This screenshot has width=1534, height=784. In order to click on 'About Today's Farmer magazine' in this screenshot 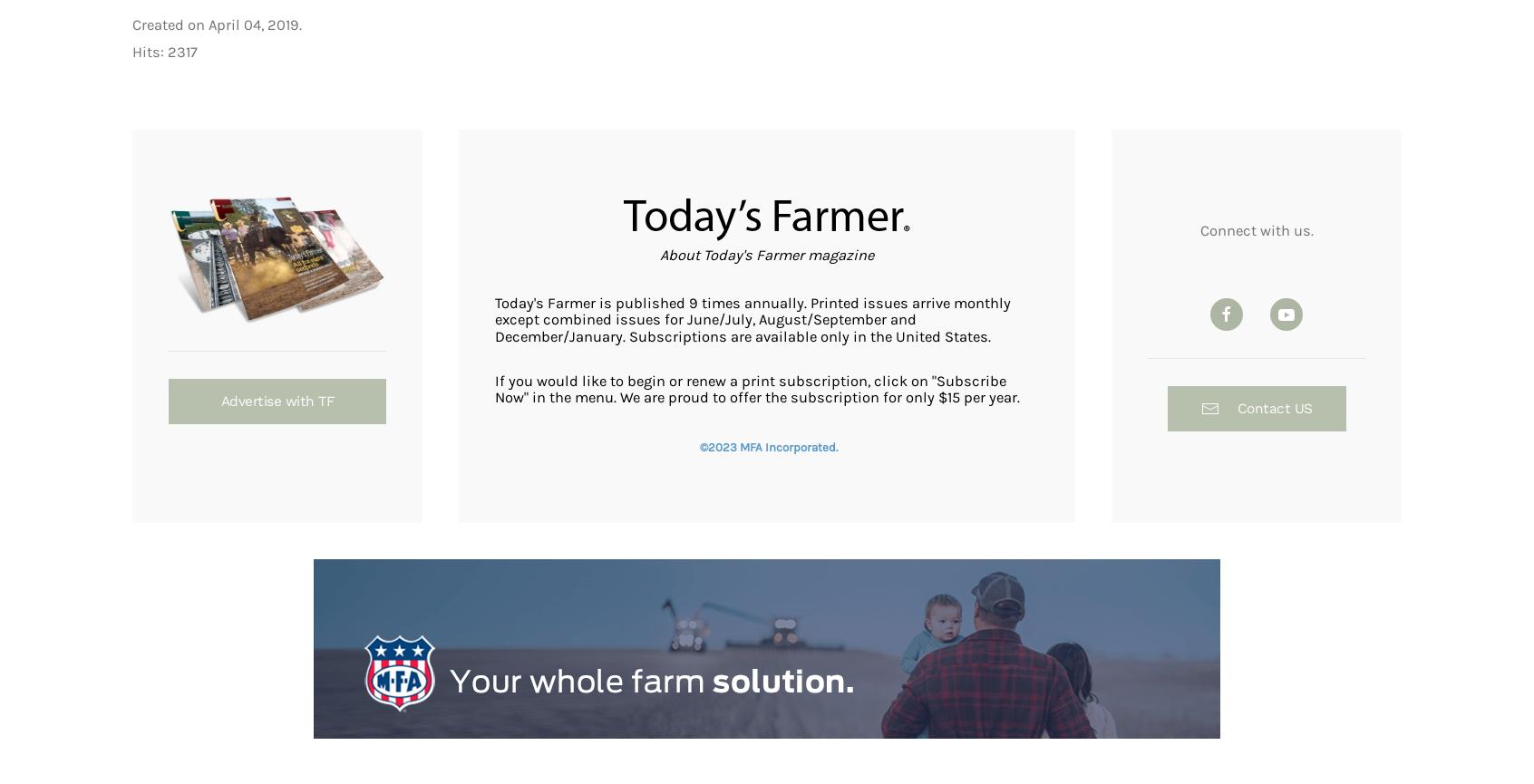, I will do `click(767, 253)`.